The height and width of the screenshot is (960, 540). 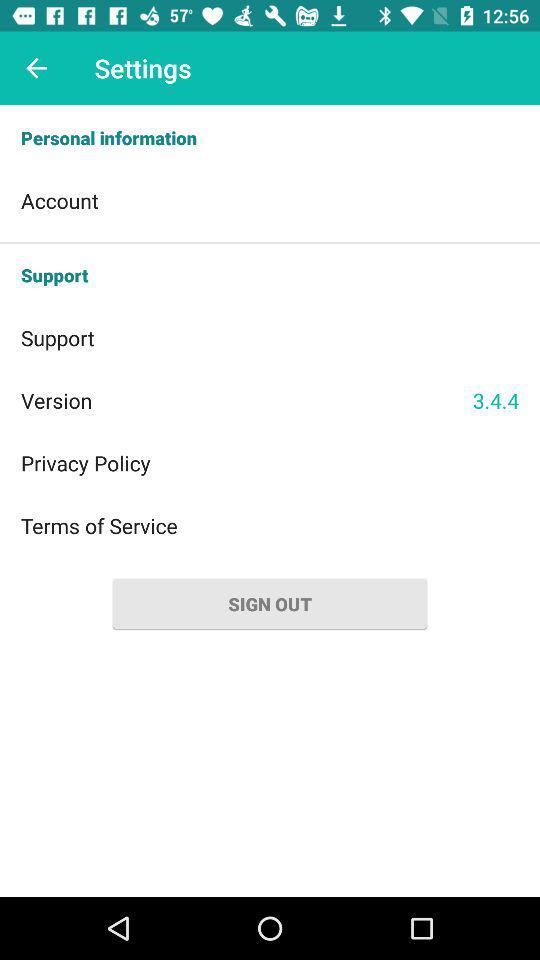 I want to click on version icon, so click(x=246, y=399).